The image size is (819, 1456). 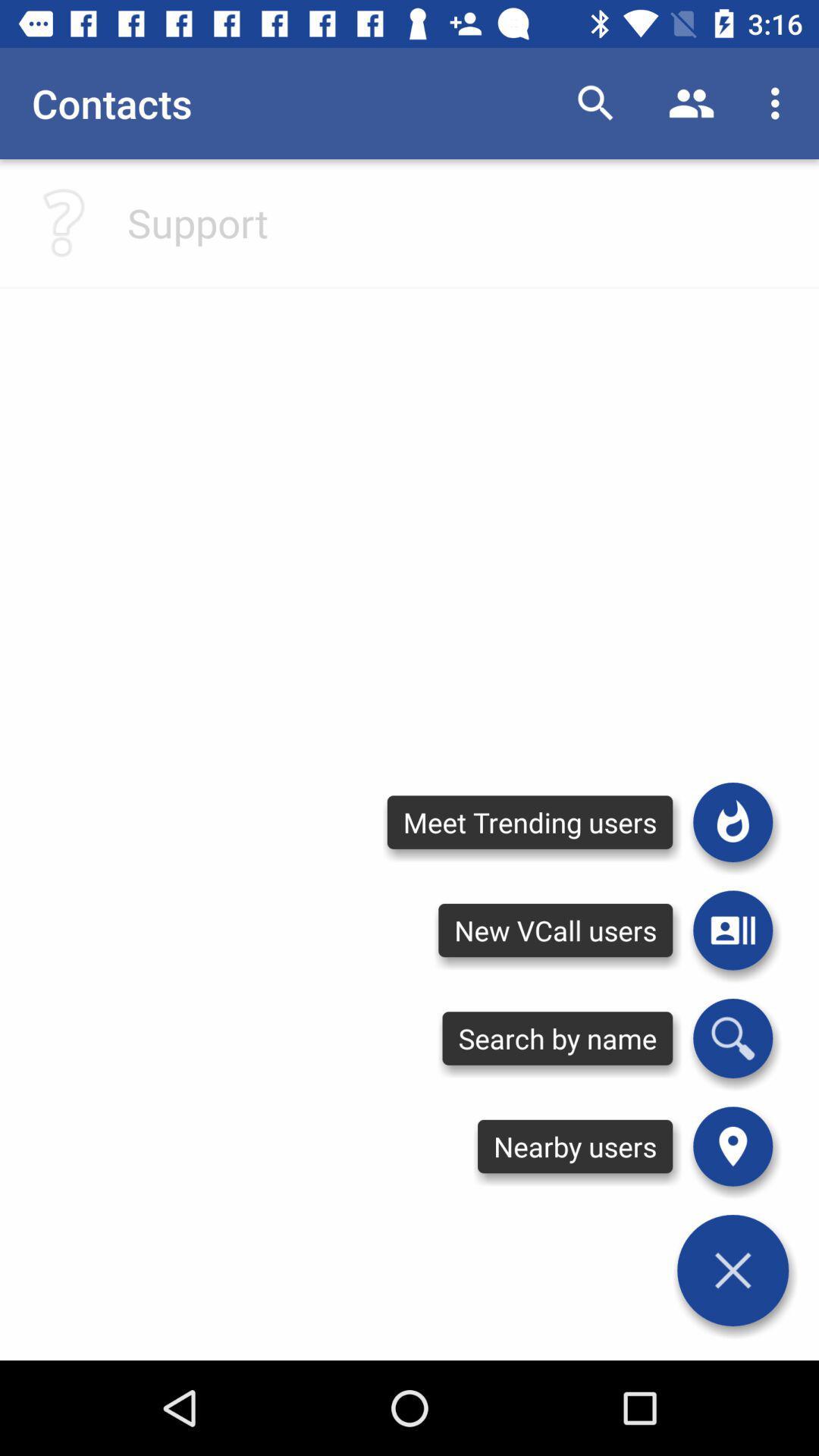 What do you see at coordinates (732, 930) in the screenshot?
I see `item next to the meet trending users icon` at bounding box center [732, 930].